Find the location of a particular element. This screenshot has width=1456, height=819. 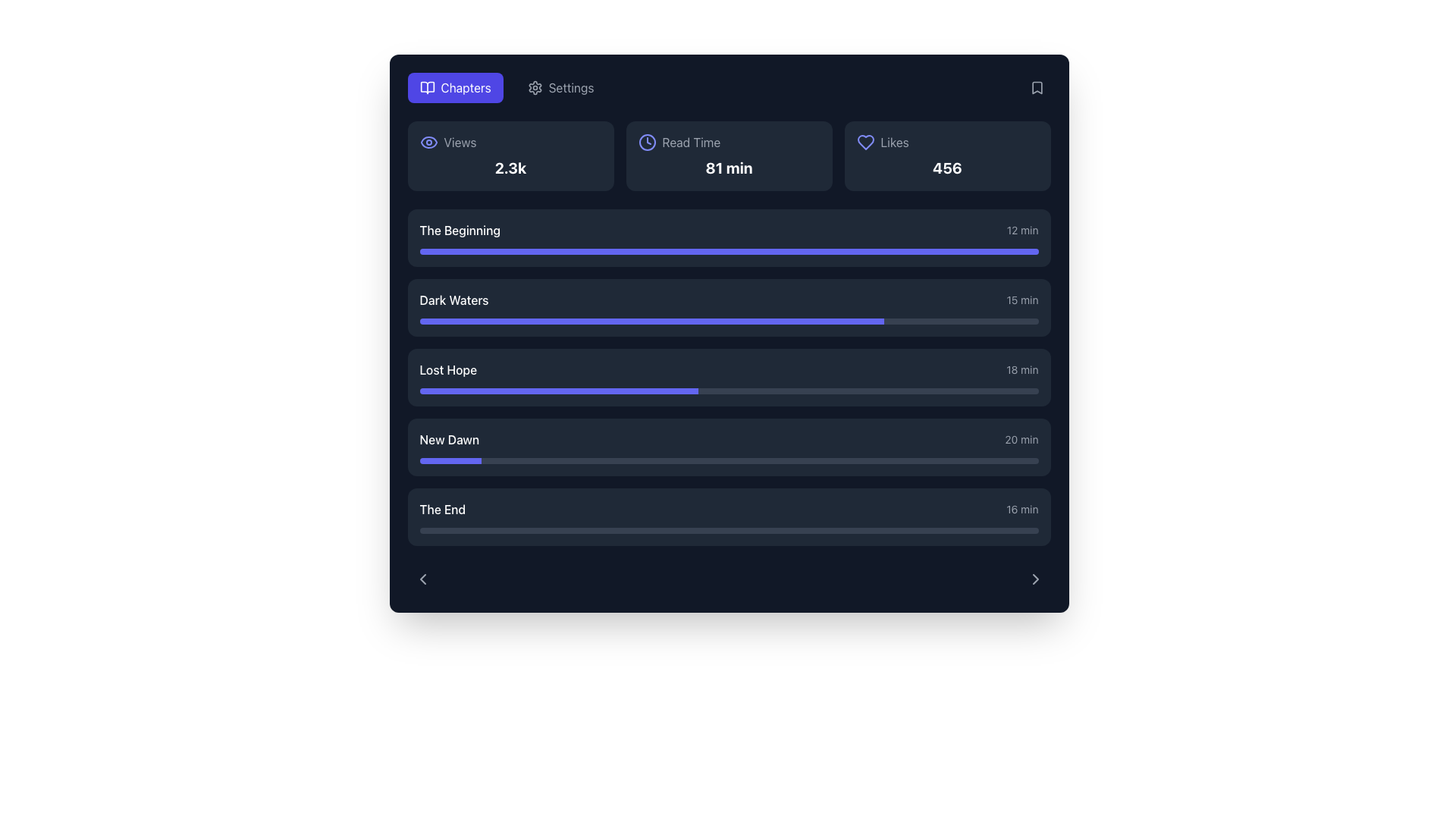

the cogwheel icon in the settings menu, located to the left of the 'Settings' label in the navigation bar is located at coordinates (535, 87).